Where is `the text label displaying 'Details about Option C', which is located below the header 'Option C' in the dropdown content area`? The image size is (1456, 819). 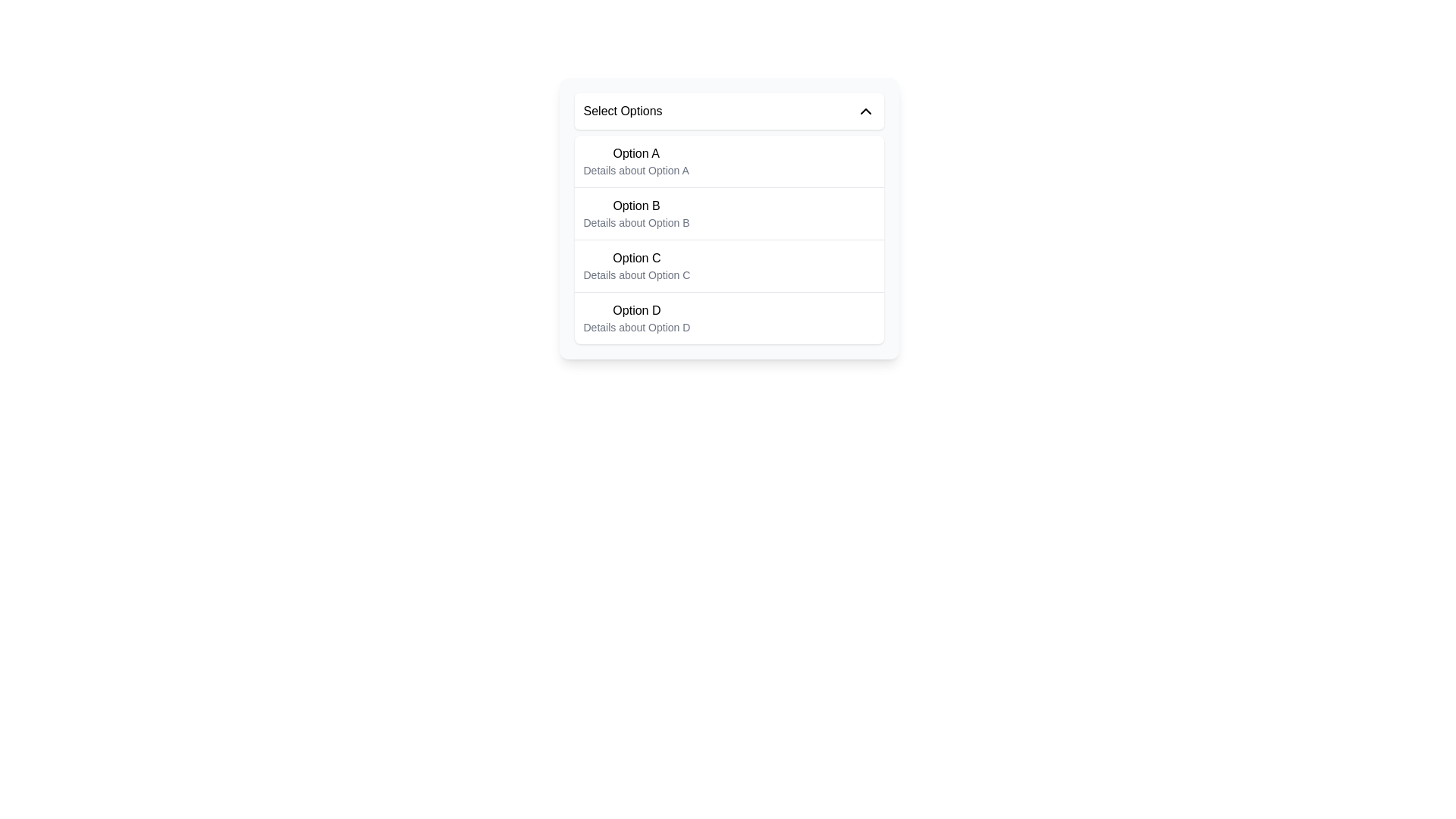
the text label displaying 'Details about Option C', which is located below the header 'Option C' in the dropdown content area is located at coordinates (637, 275).